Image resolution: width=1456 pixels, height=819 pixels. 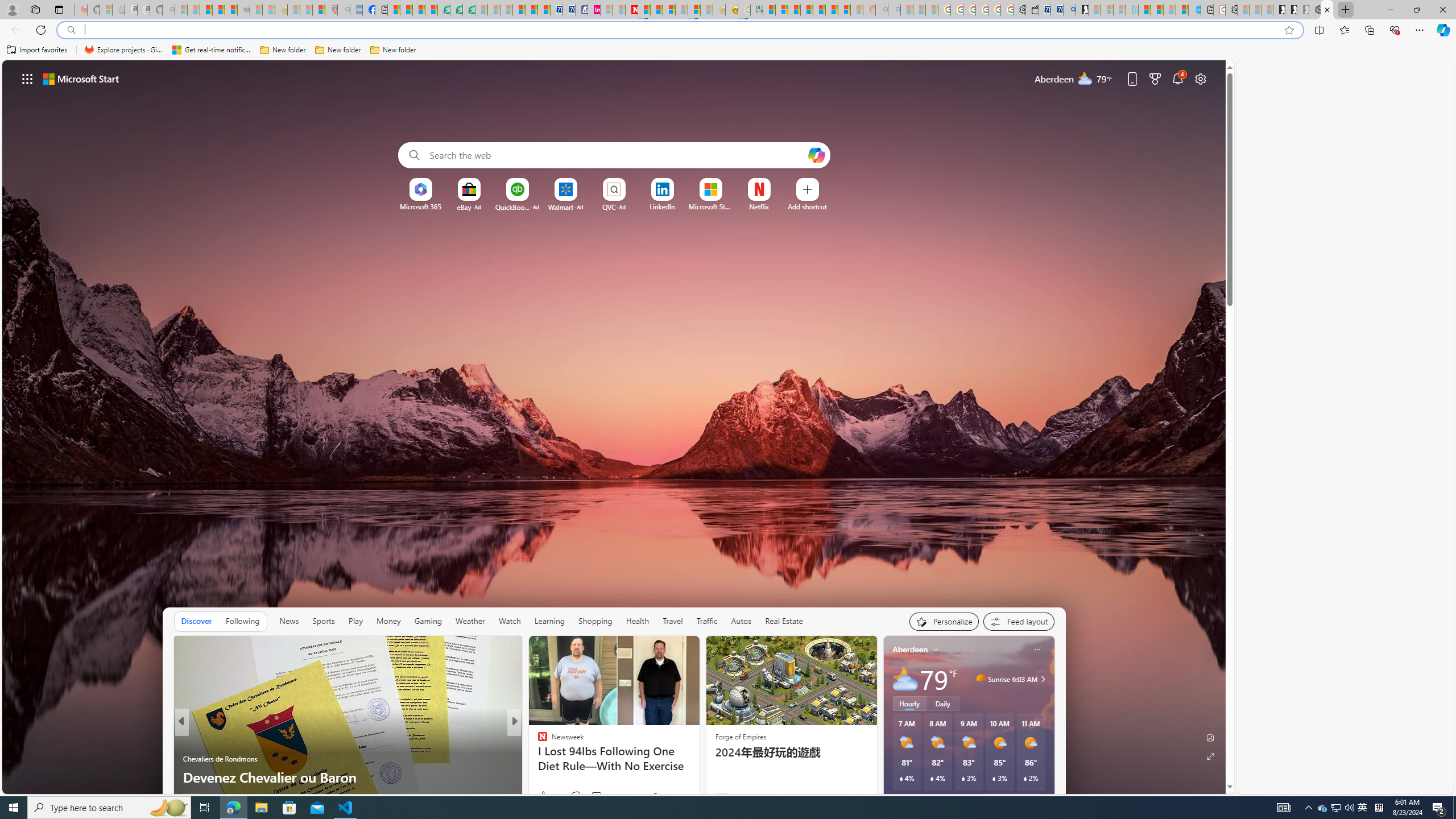 I want to click on 'Microsoft rewards', so click(x=1155, y=78).